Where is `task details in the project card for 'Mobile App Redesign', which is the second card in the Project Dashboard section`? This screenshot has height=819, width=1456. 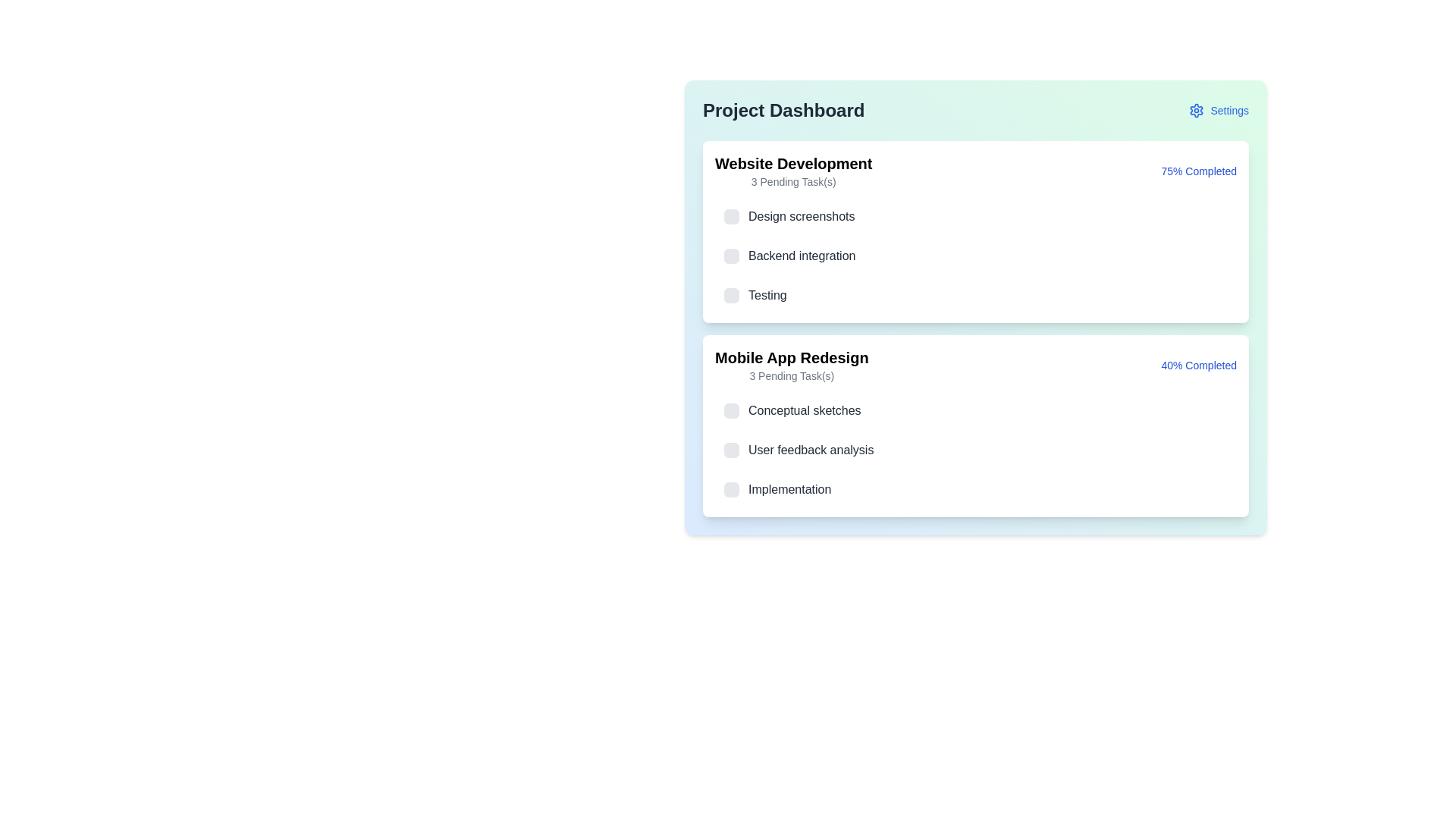
task details in the project card for 'Mobile App Redesign', which is the second card in the Project Dashboard section is located at coordinates (975, 426).